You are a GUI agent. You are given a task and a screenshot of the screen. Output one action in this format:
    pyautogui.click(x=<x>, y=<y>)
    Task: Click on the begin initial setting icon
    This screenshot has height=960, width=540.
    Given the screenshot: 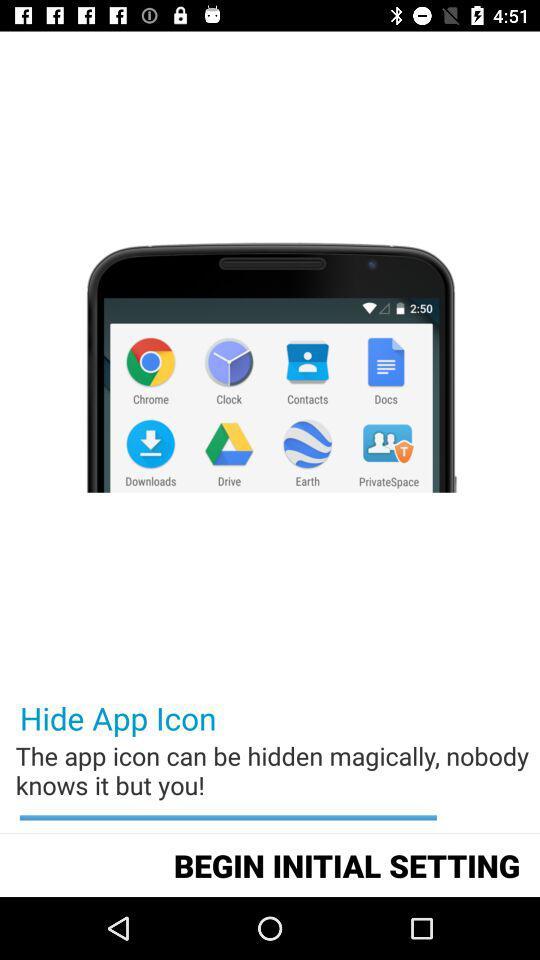 What is the action you would take?
    pyautogui.click(x=346, y=864)
    